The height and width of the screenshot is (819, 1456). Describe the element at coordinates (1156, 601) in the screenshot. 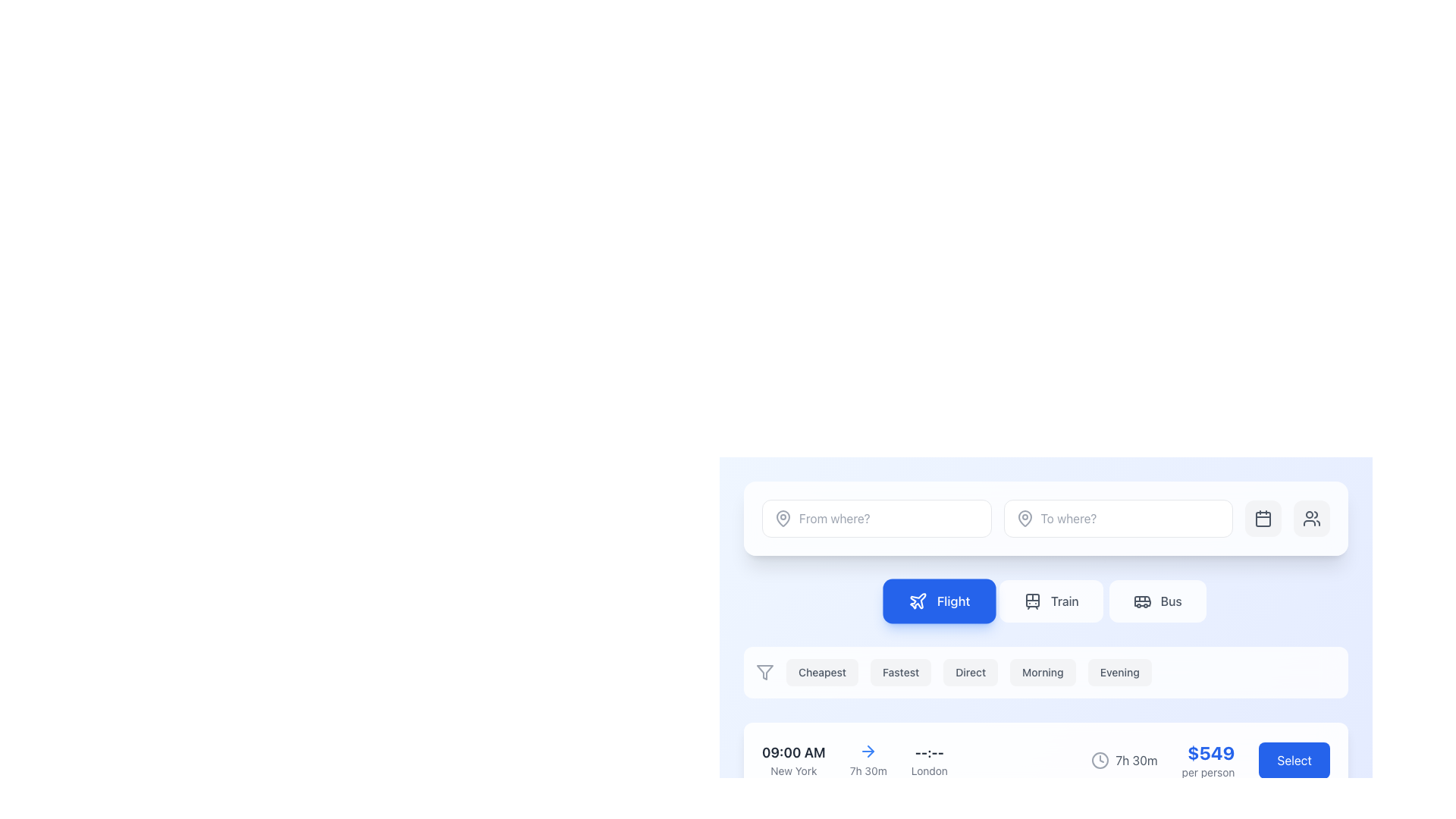

I see `the 'Bus' button element, which has a white background, gray text, and an icon of a bus, positioned to the right of the 'Train' button` at that location.